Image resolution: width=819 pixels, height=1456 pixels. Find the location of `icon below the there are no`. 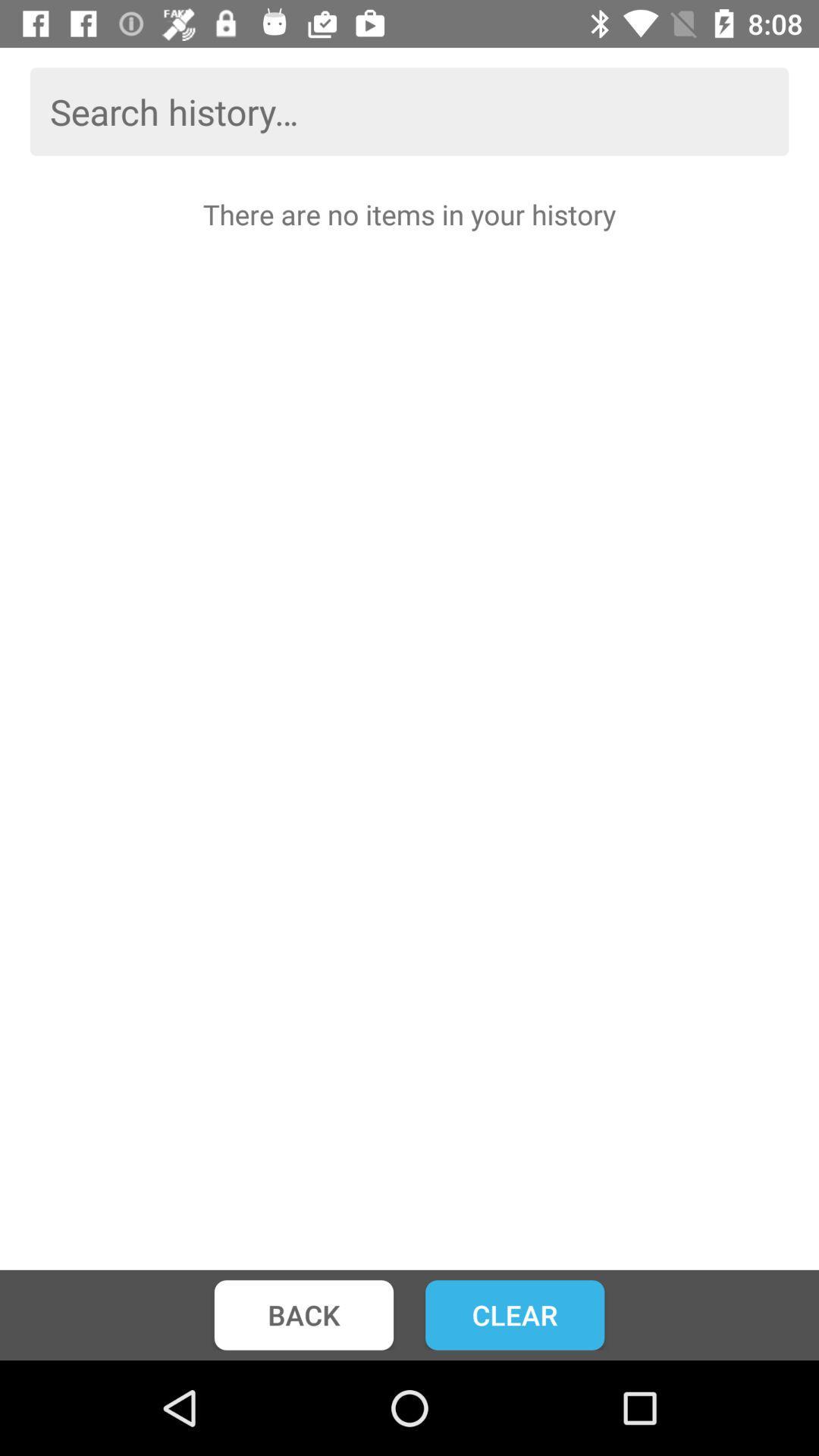

icon below the there are no is located at coordinates (514, 1314).